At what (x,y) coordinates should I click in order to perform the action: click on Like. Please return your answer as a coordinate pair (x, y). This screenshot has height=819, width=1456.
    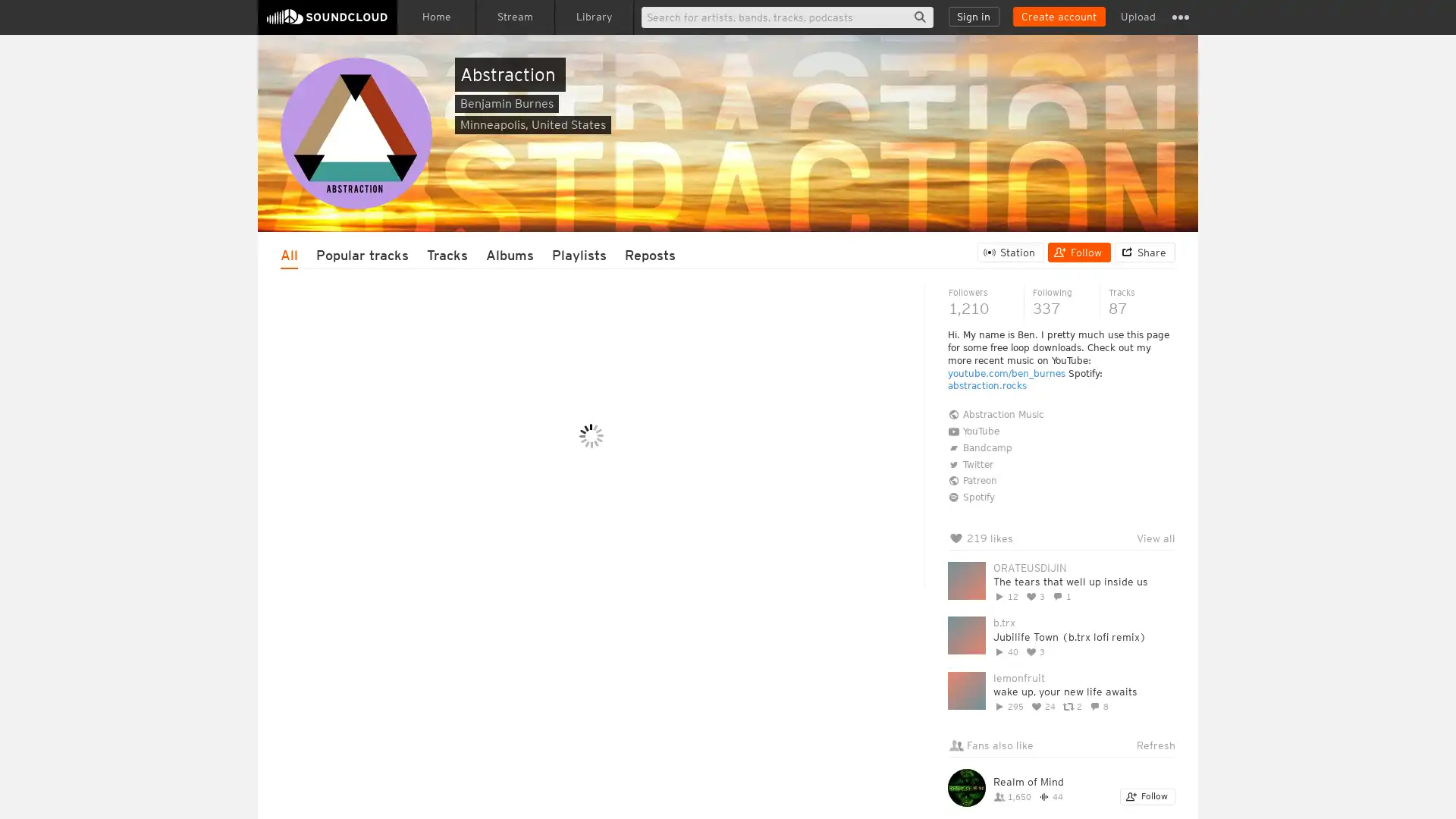
    Looking at the image, I should click on (432, 607).